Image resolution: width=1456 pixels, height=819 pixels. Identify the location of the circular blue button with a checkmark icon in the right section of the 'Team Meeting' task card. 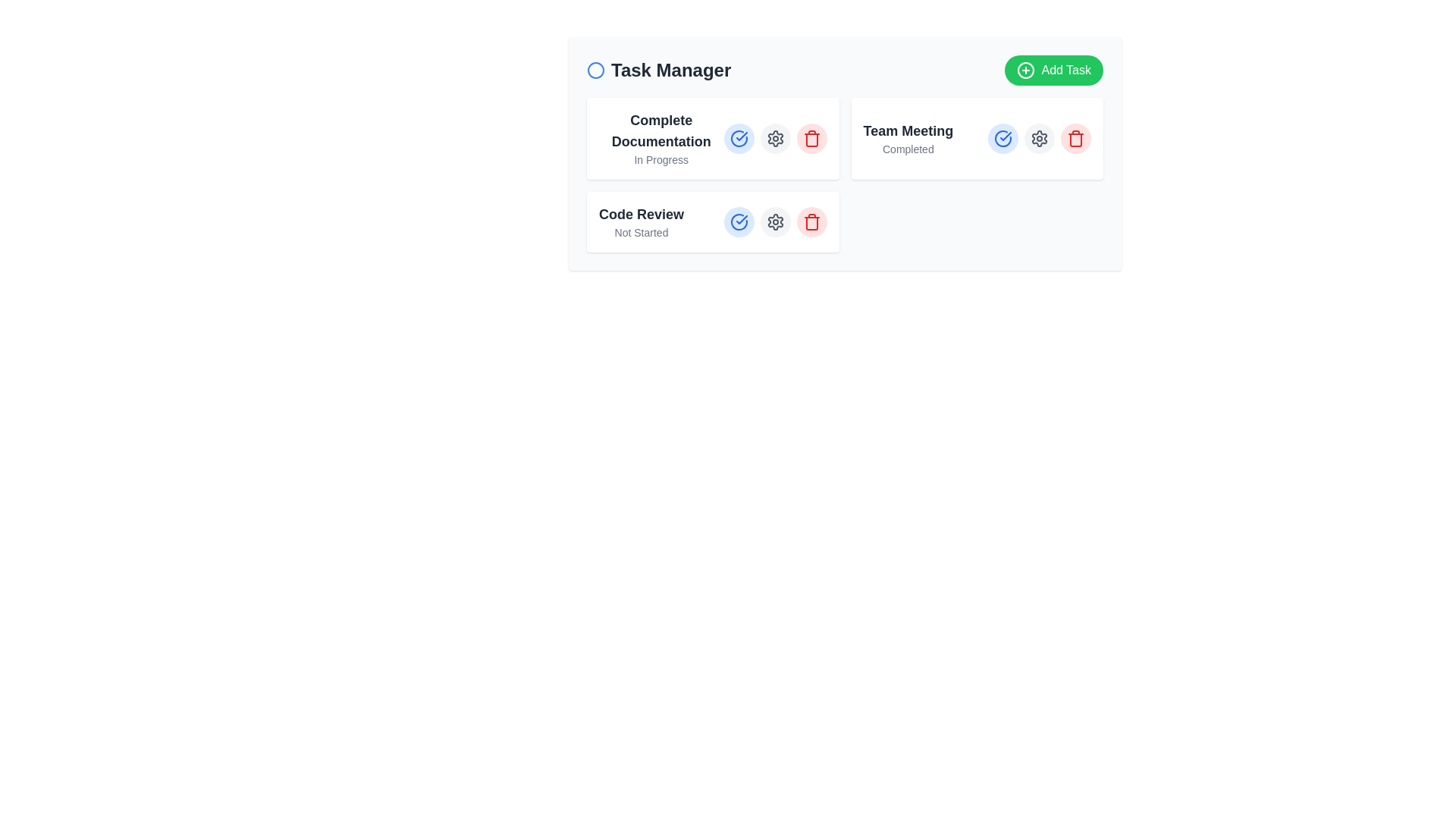
(1003, 138).